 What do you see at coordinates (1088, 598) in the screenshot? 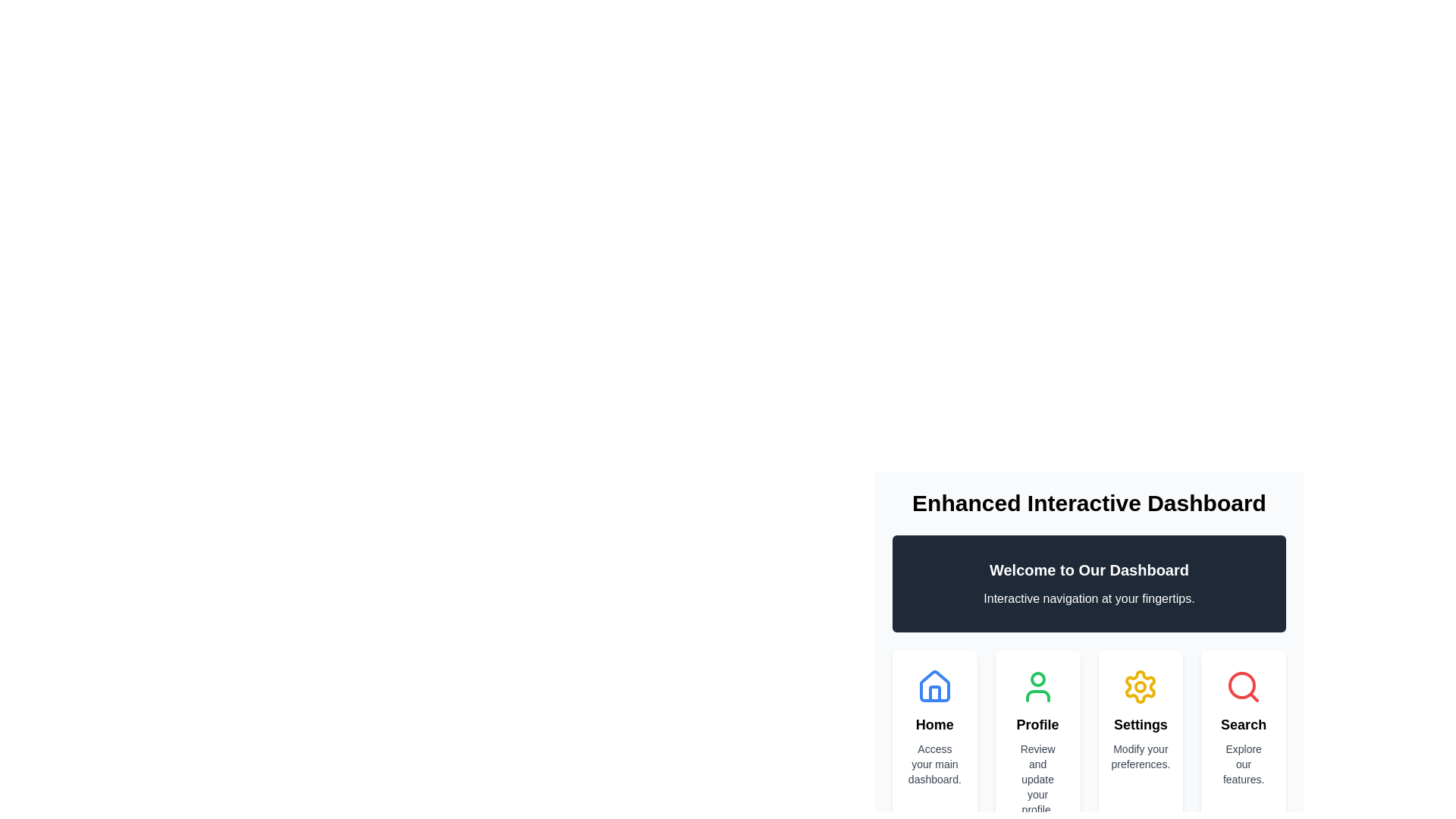
I see `informational subtitle located at the bottom of the card, directly below the headline 'Welcome to Our Dashboard'` at bounding box center [1088, 598].